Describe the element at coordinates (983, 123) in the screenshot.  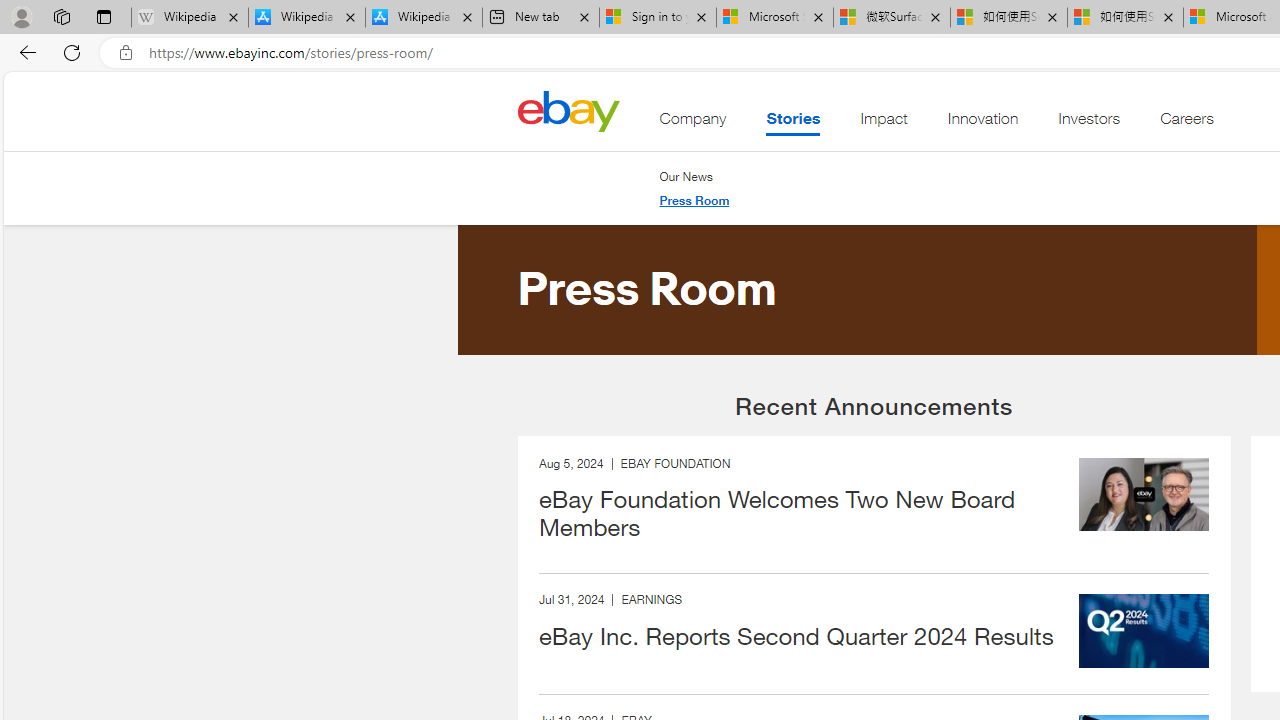
I see `'Innovation'` at that location.